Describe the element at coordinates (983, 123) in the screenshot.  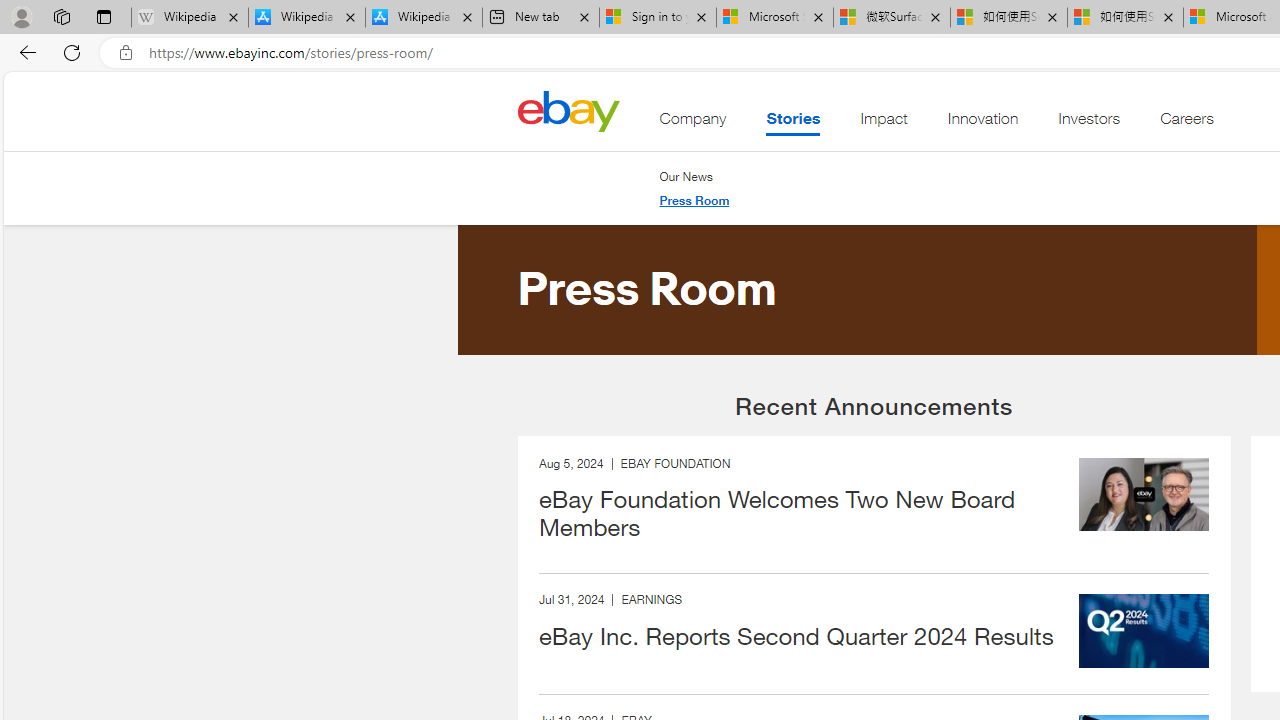
I see `'Innovation'` at that location.